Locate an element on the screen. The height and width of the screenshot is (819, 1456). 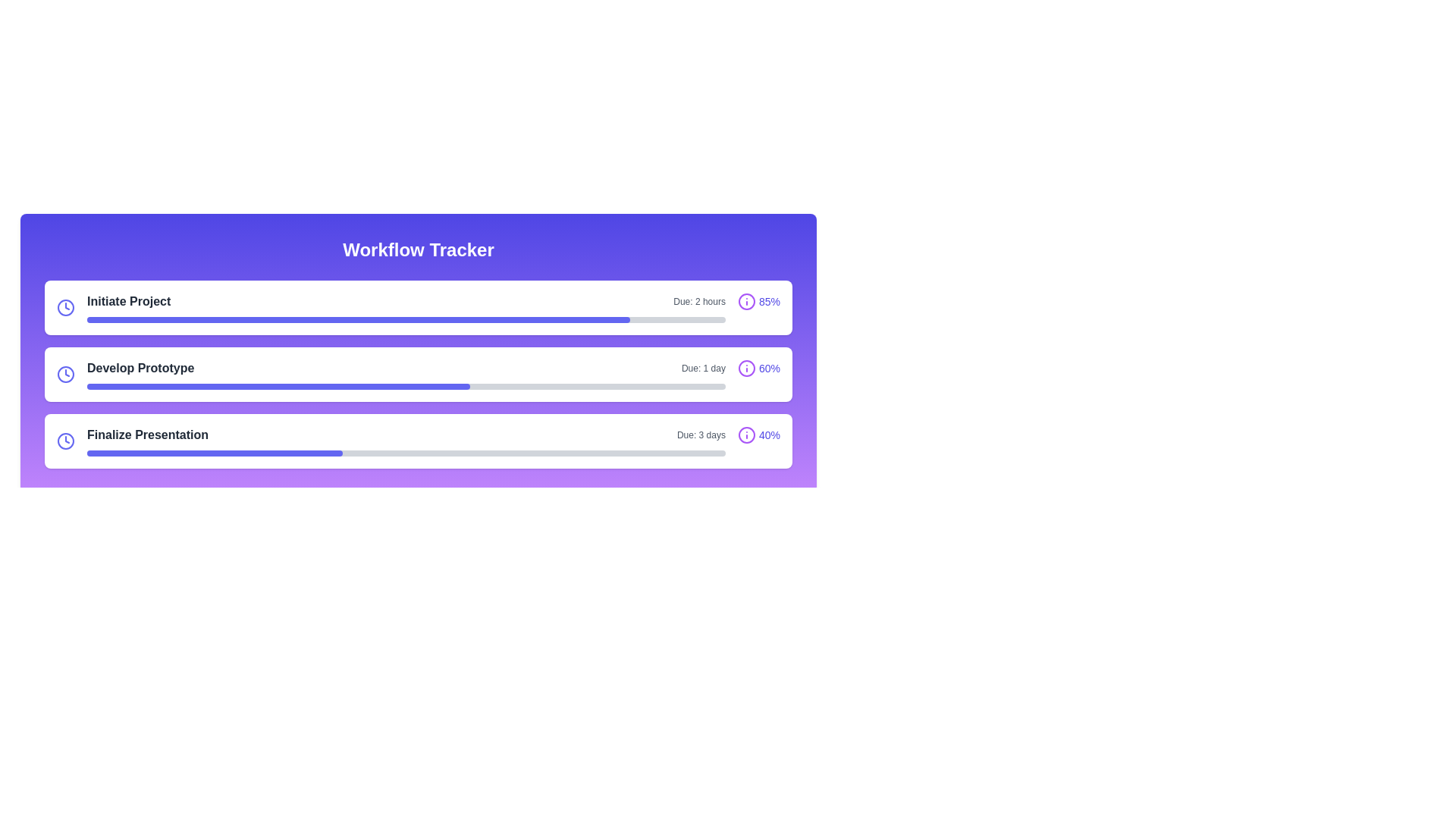
the leftmost icon within the 'Initiate Project' card, which serves as a visual indicator for the task 'Initiate Project' is located at coordinates (64, 307).